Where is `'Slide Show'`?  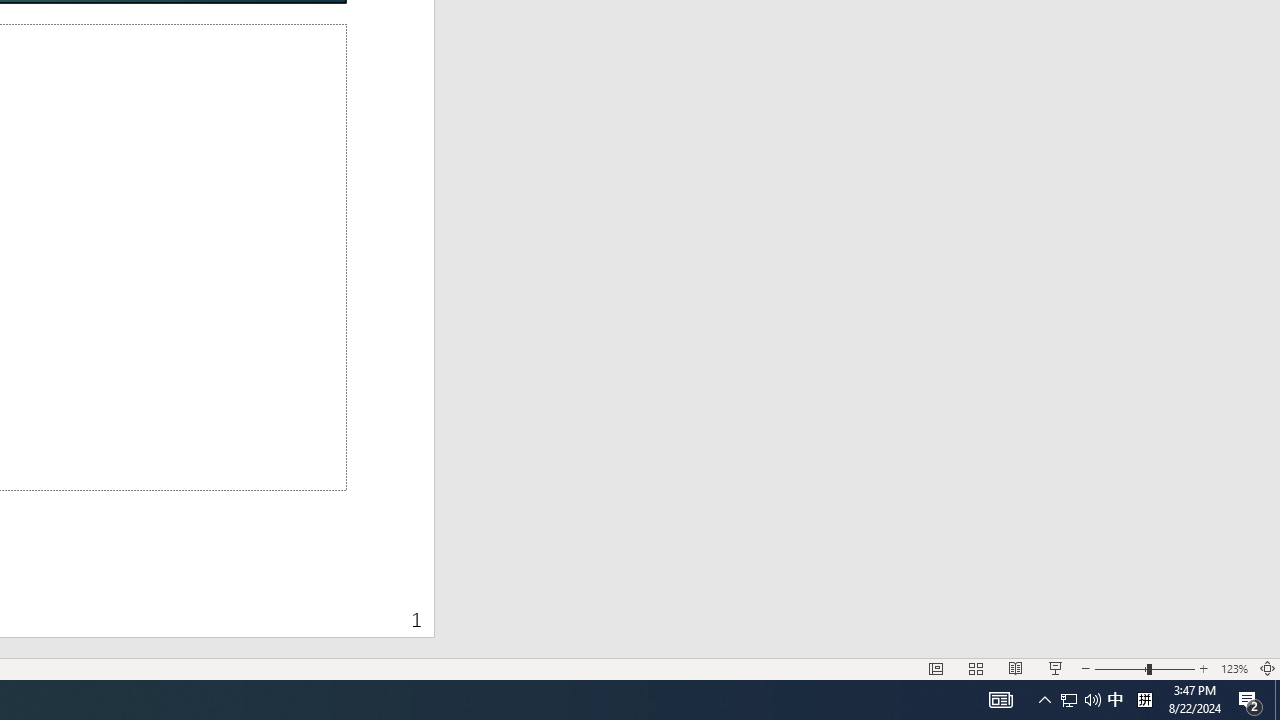 'Slide Show' is located at coordinates (1055, 669).